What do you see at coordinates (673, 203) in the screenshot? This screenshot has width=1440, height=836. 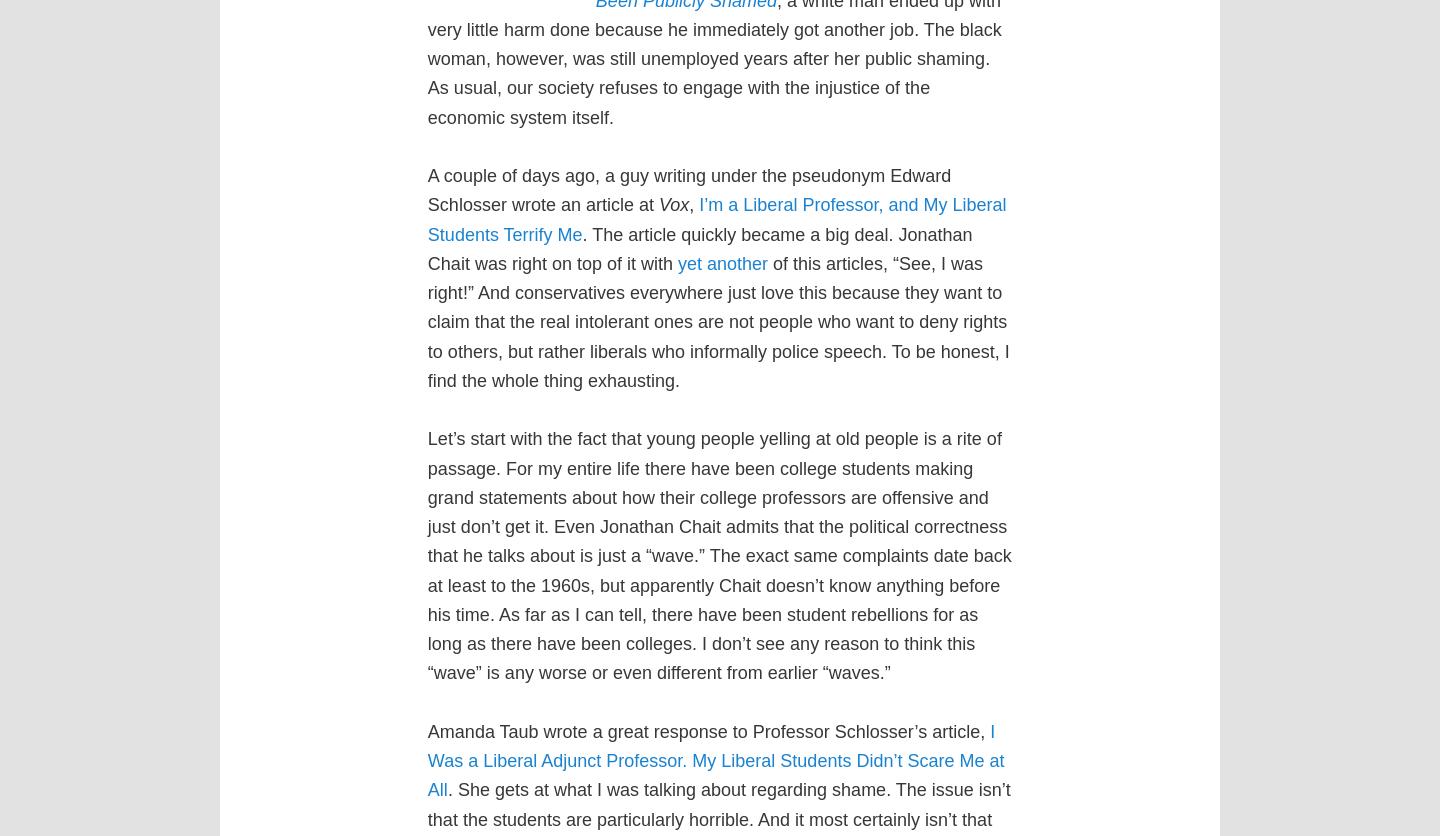 I see `'Vox'` at bounding box center [673, 203].